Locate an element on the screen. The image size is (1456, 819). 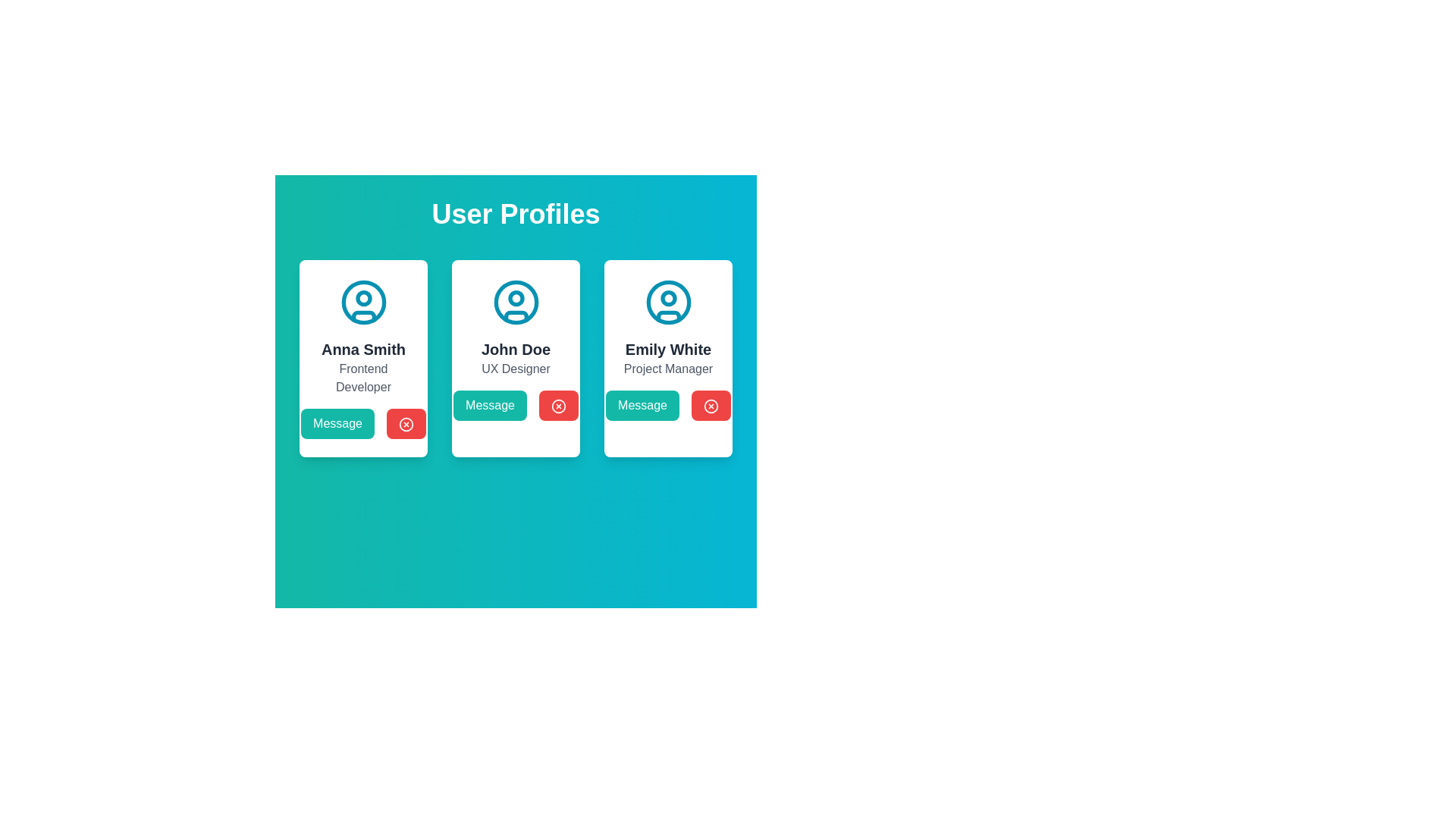
the first button in the bottom-right section of the card labeled 'Emily White' to initiate a messaging action is located at coordinates (667, 405).